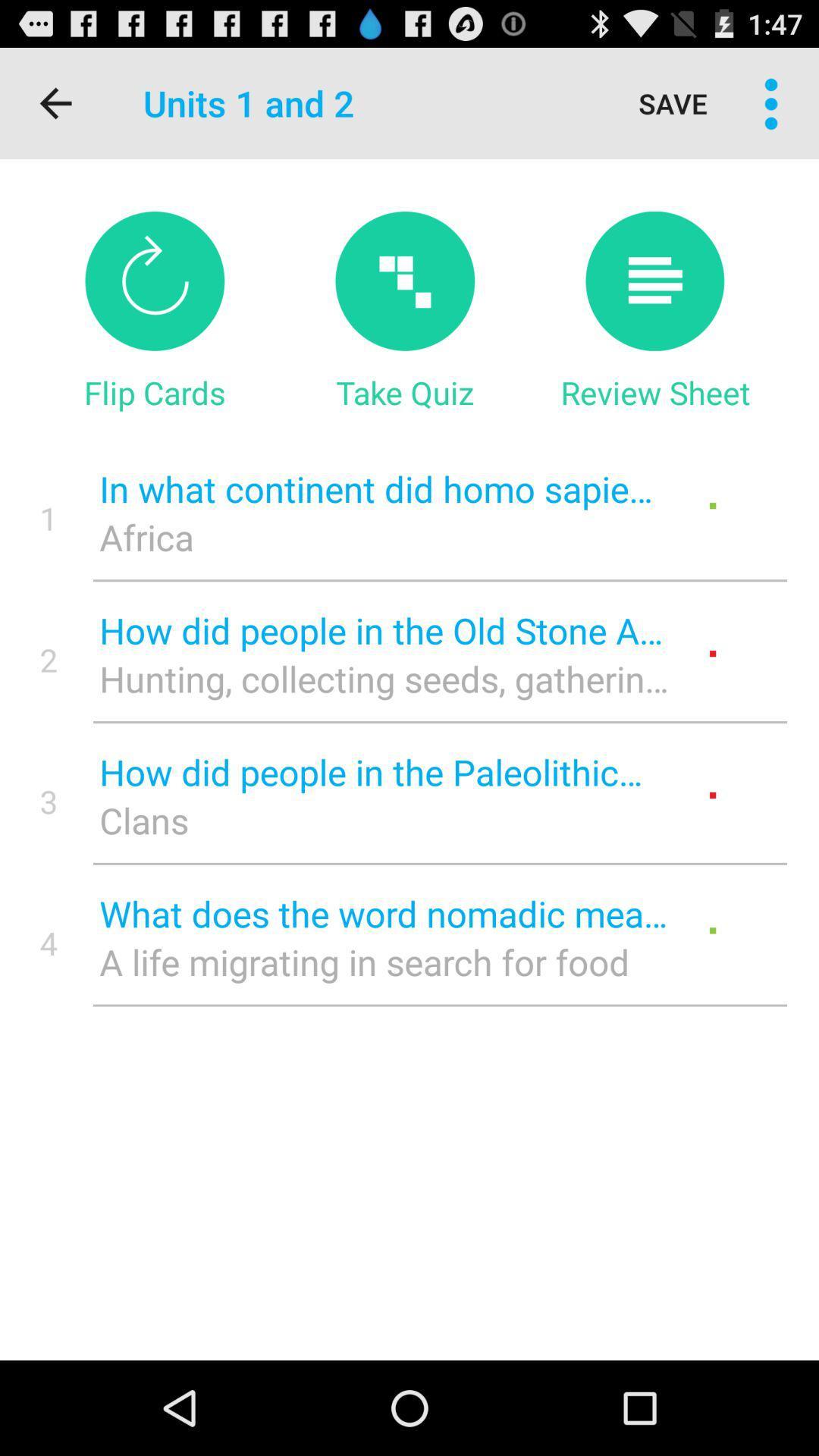  What do you see at coordinates (404, 281) in the screenshot?
I see `the icon above take quiz` at bounding box center [404, 281].